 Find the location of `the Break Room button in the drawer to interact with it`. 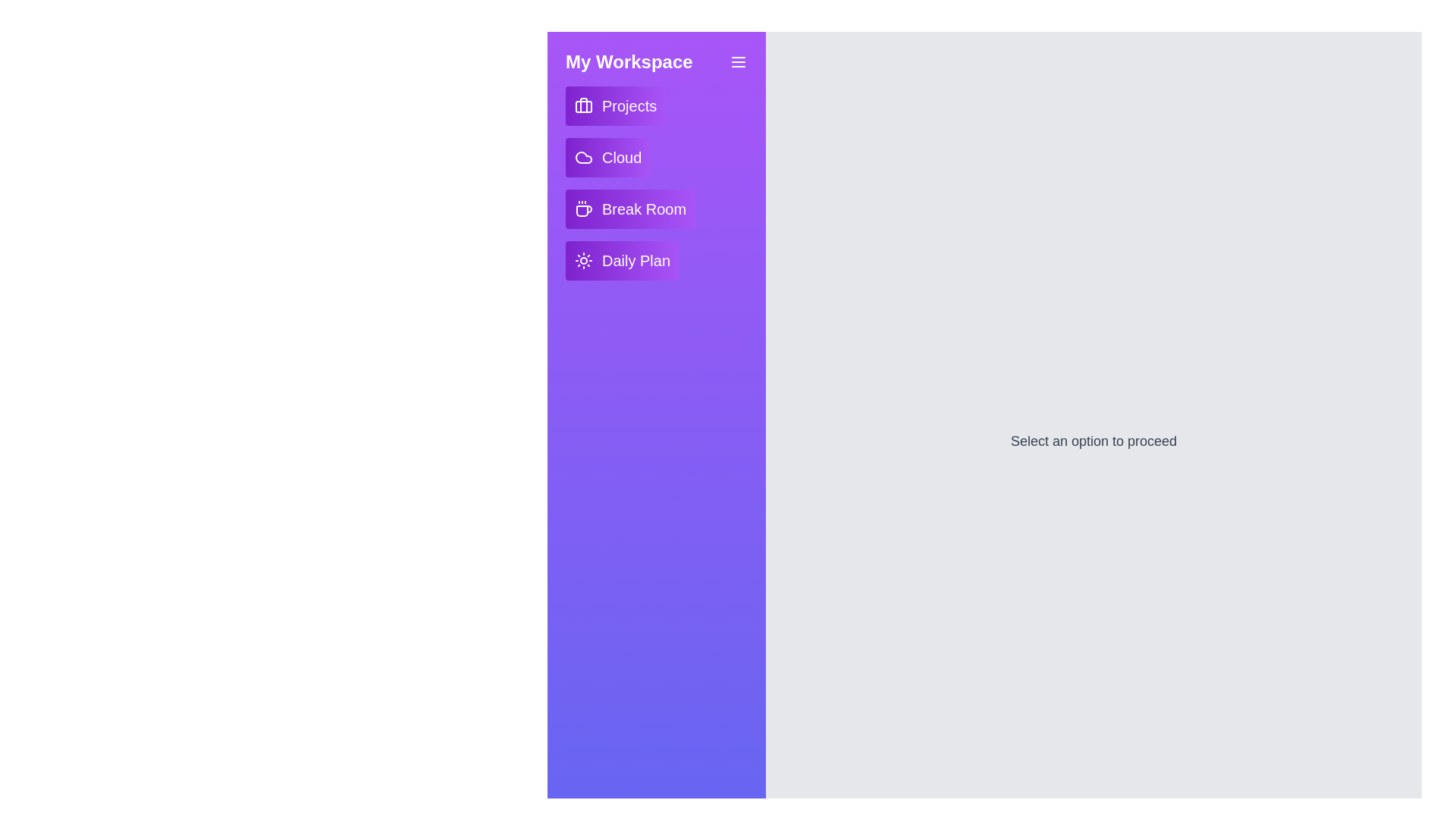

the Break Room button in the drawer to interact with it is located at coordinates (629, 209).